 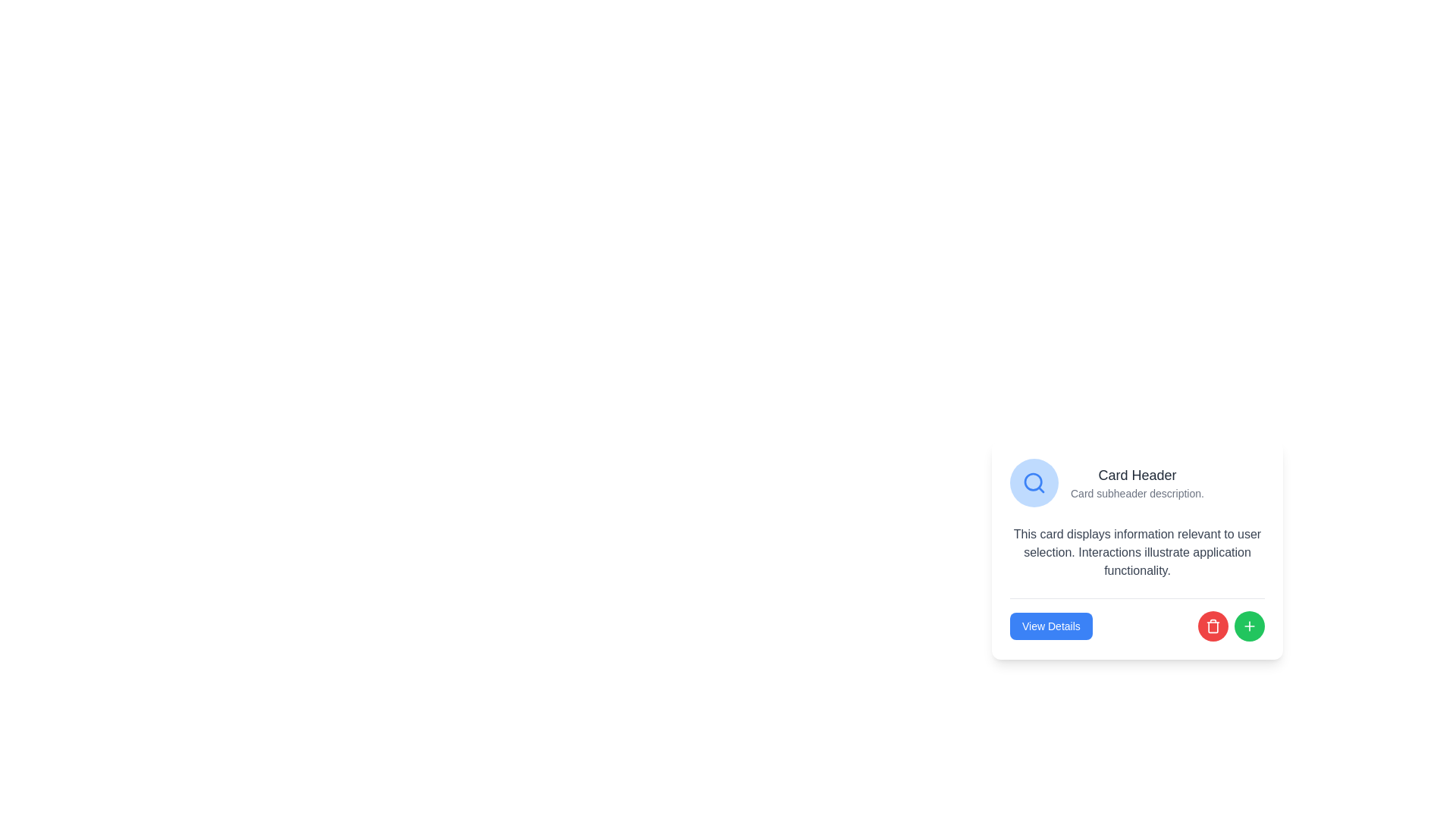 I want to click on the delete icon button located at the bottom of the card, positioned between the 'View Details' button and the green '+' button, so click(x=1212, y=626).